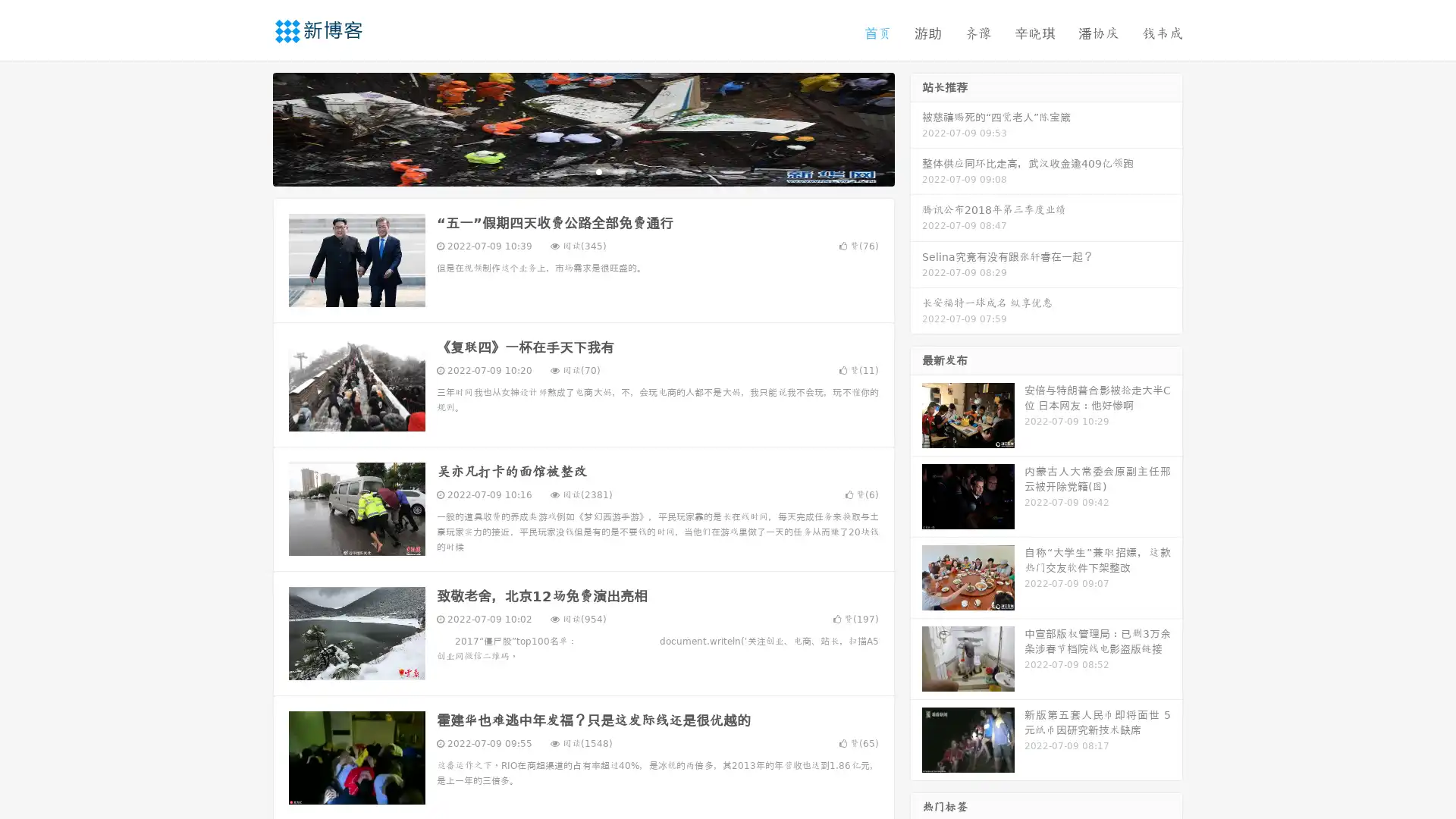 The height and width of the screenshot is (819, 1456). Describe the element at coordinates (598, 171) in the screenshot. I see `Go to slide 3` at that location.